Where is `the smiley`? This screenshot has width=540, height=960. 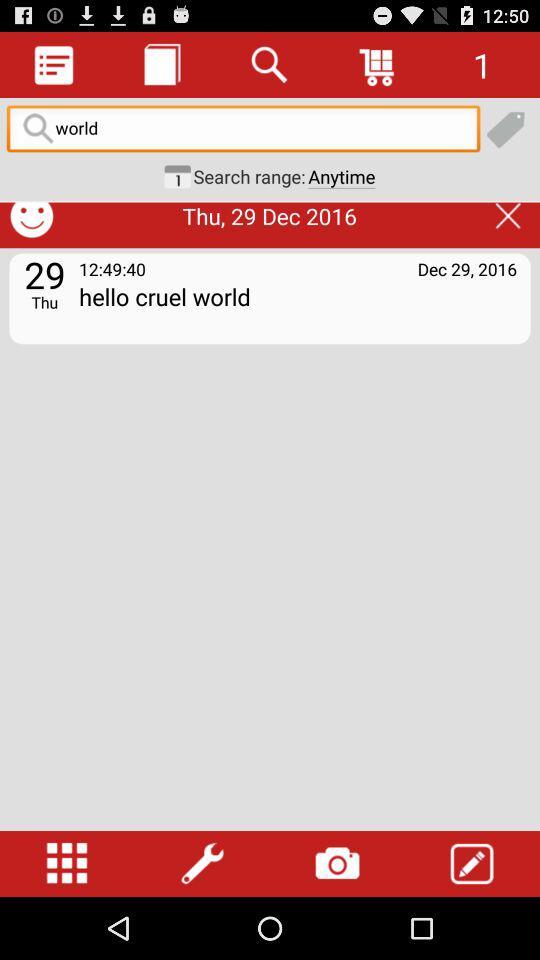 the smiley is located at coordinates (31, 216).